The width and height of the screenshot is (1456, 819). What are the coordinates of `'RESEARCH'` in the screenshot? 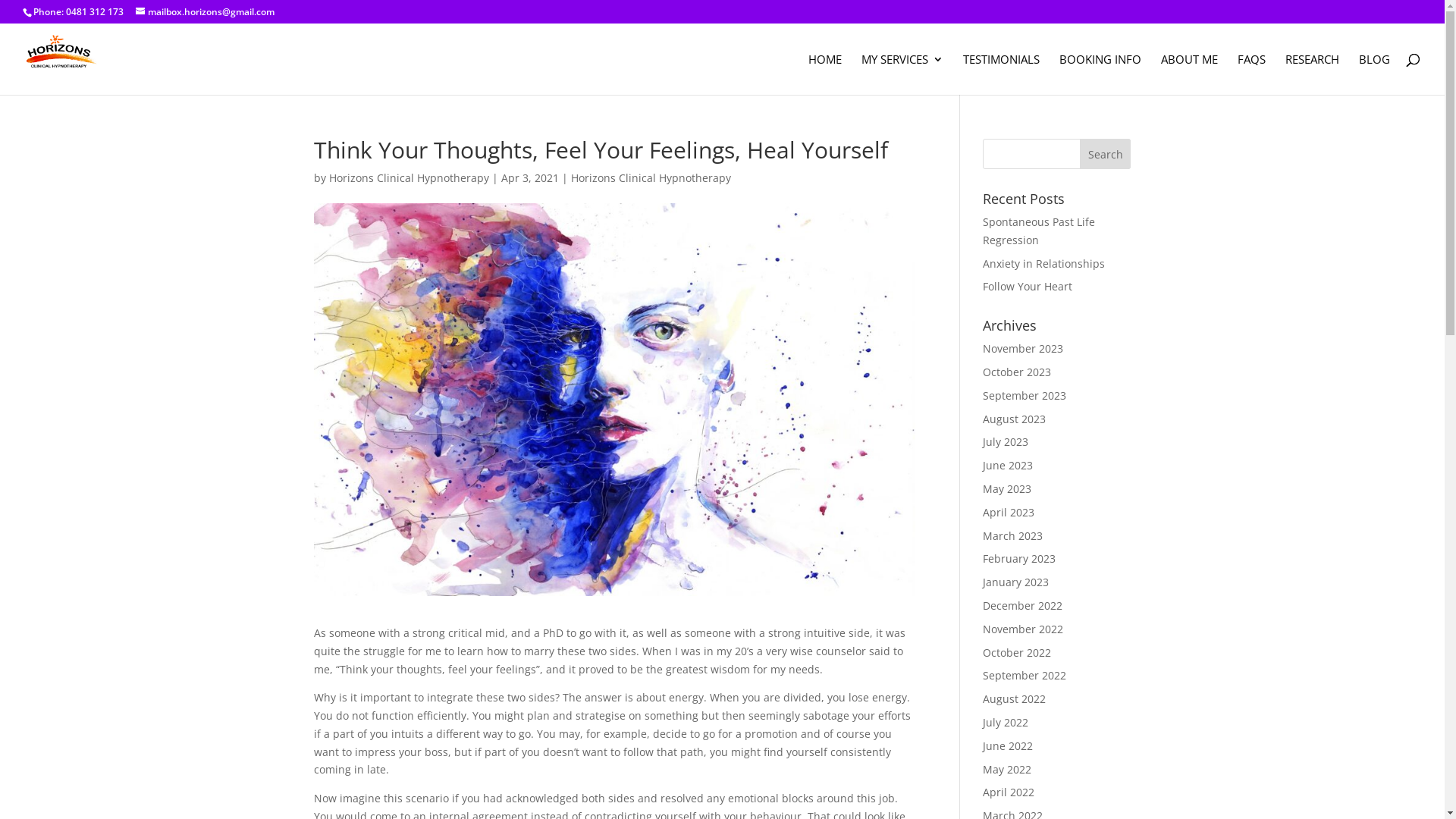 It's located at (1311, 74).